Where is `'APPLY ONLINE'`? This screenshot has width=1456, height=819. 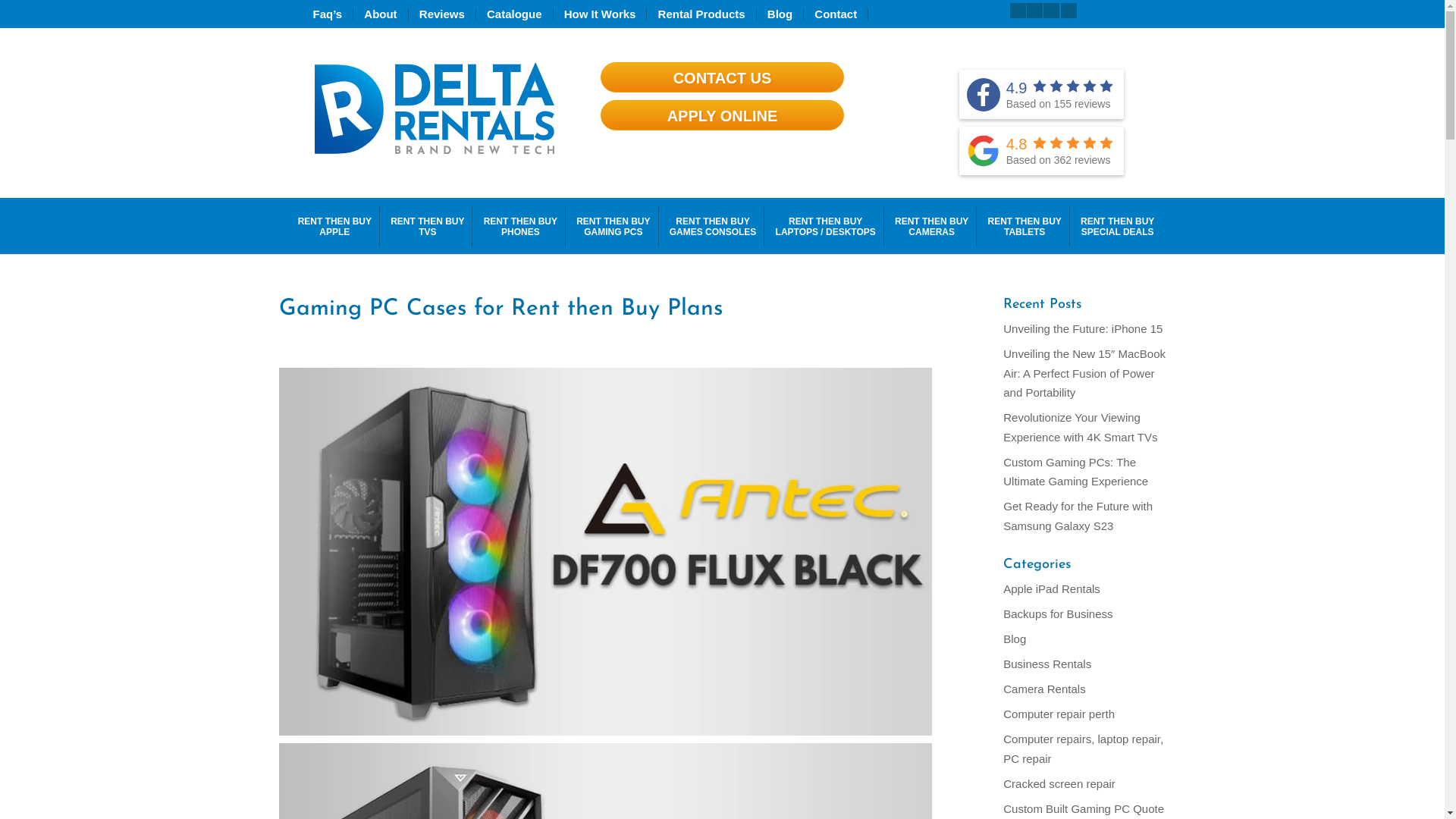
'APPLY ONLINE' is located at coordinates (720, 114).